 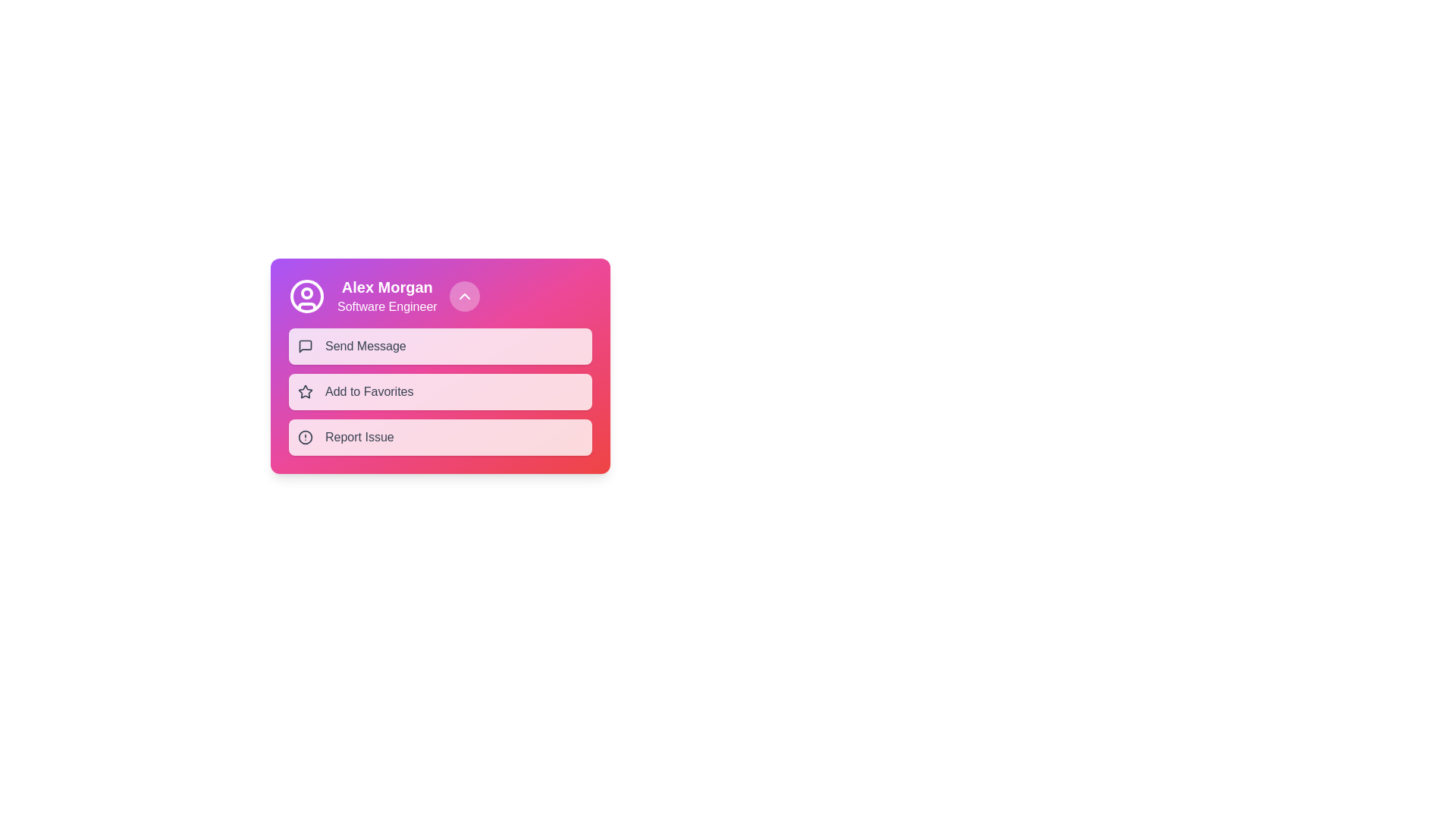 I want to click on the third button in the vertical stack, located below the 'Add to Favorites' button, to initiate reporting an issue, so click(x=439, y=438).